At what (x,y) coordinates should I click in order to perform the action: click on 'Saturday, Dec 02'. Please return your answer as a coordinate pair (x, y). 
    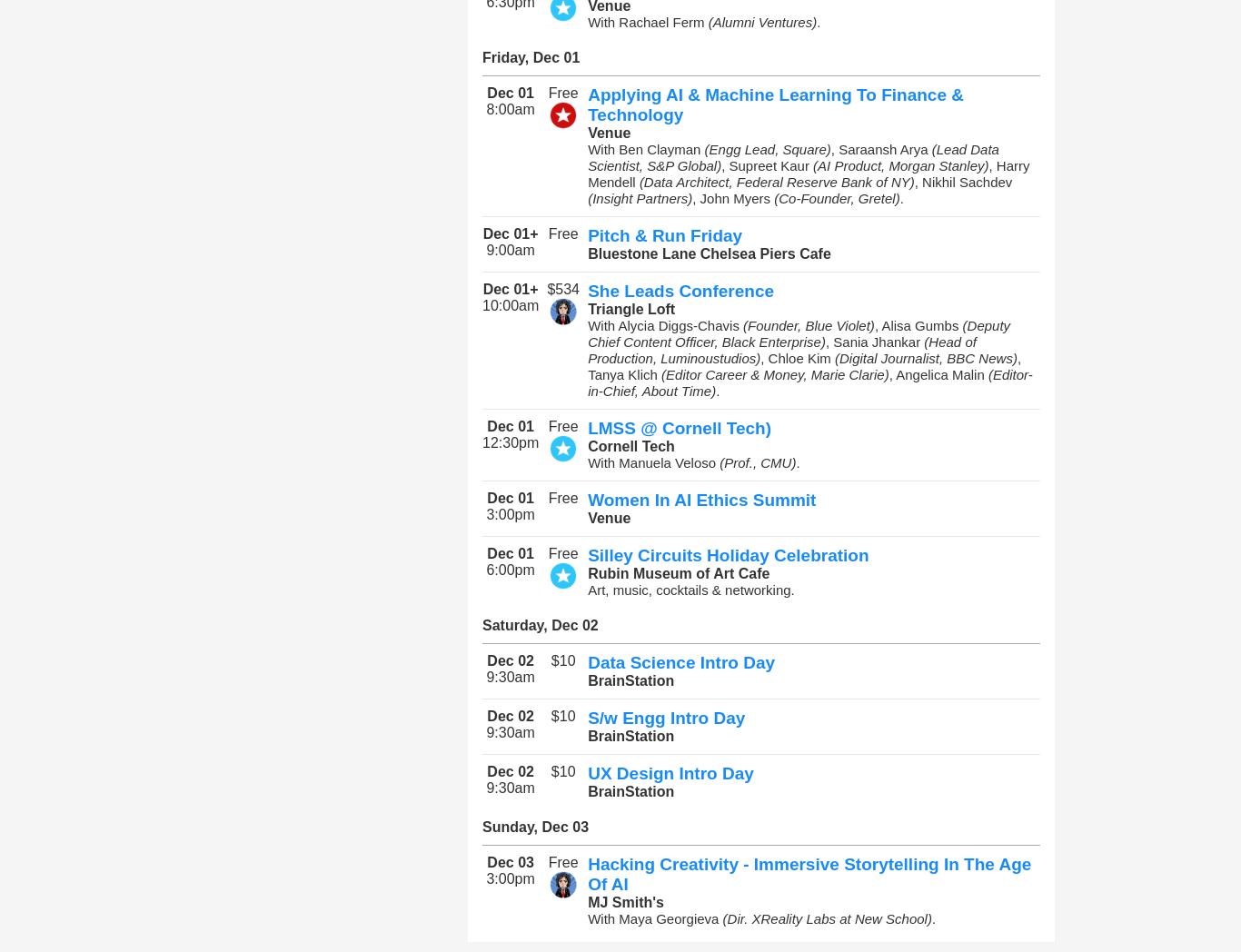
    Looking at the image, I should click on (539, 625).